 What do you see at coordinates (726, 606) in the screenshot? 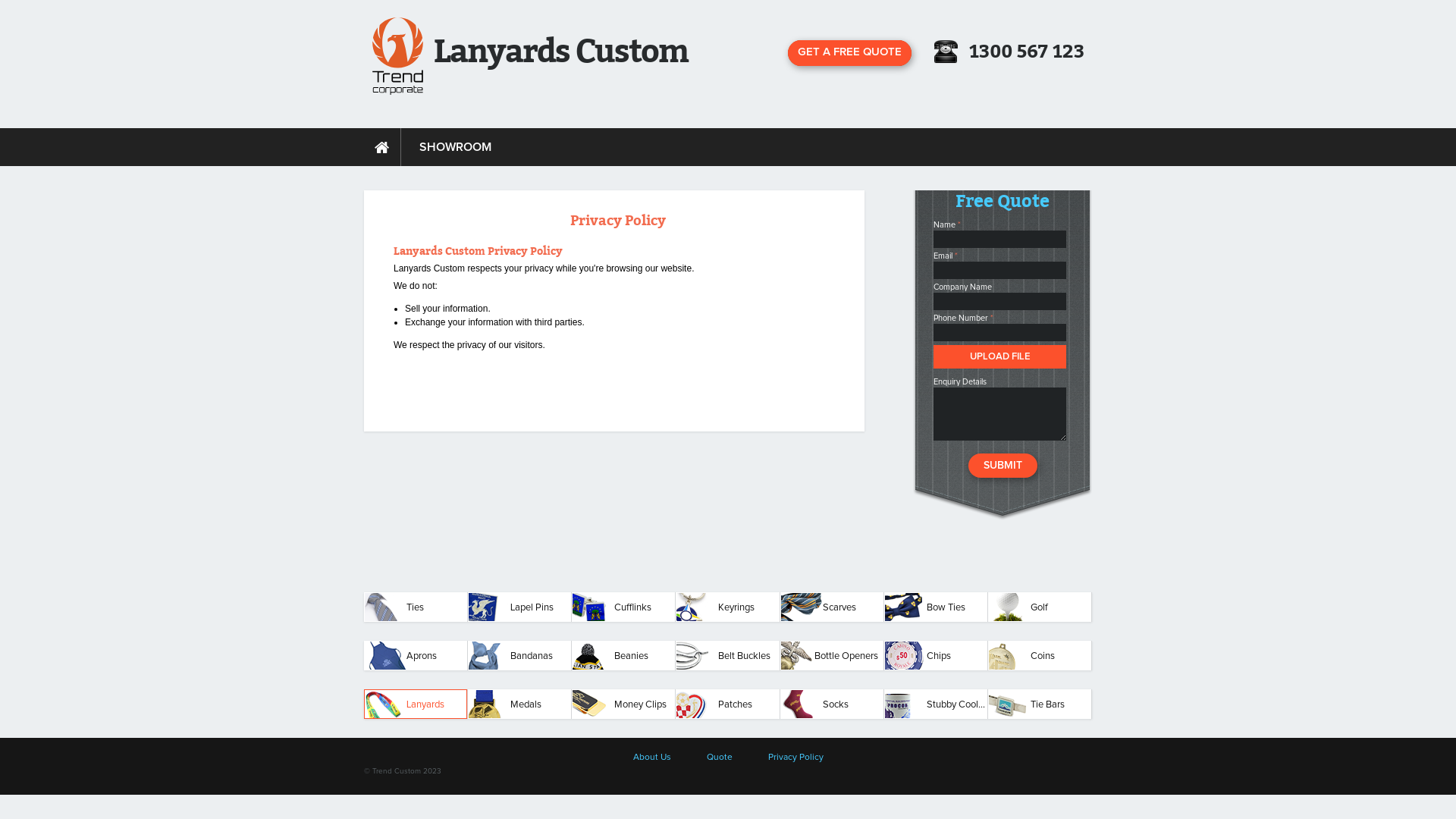
I see `'Keyrings'` at bounding box center [726, 606].